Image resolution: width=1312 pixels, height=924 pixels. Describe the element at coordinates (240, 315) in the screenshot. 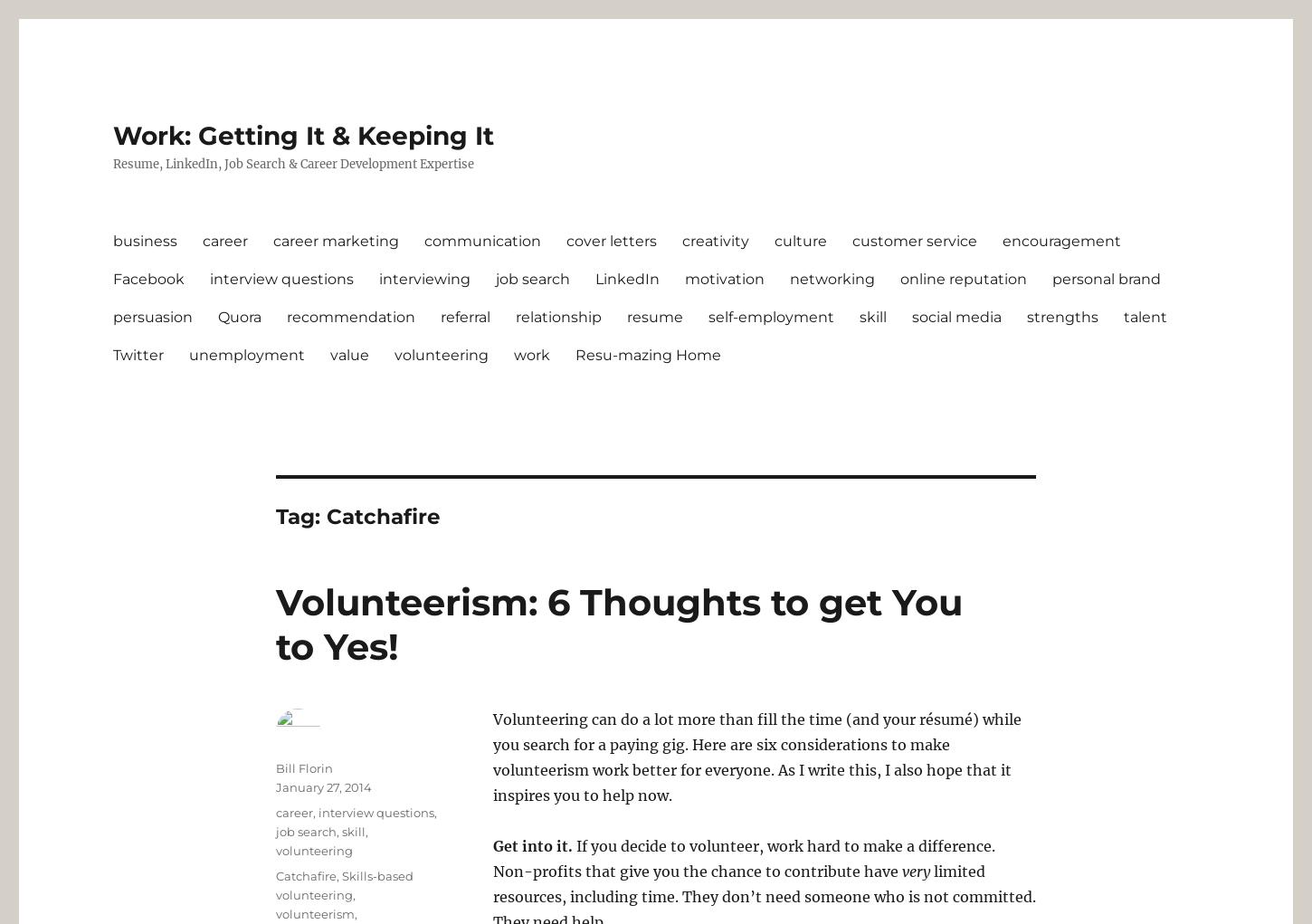

I see `'Quora'` at that location.